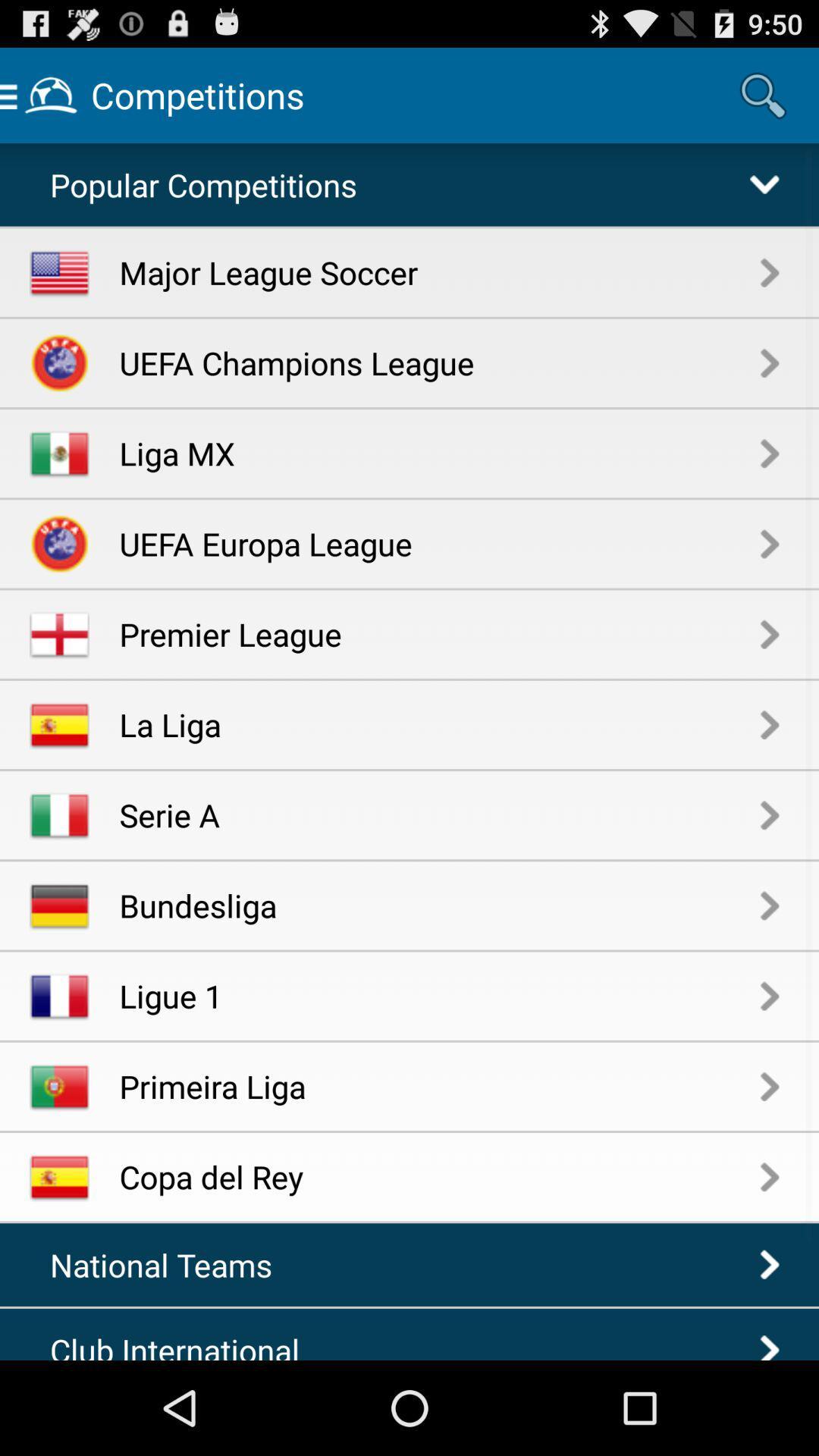 The height and width of the screenshot is (1456, 819). What do you see at coordinates (169, 1265) in the screenshot?
I see `national teams` at bounding box center [169, 1265].